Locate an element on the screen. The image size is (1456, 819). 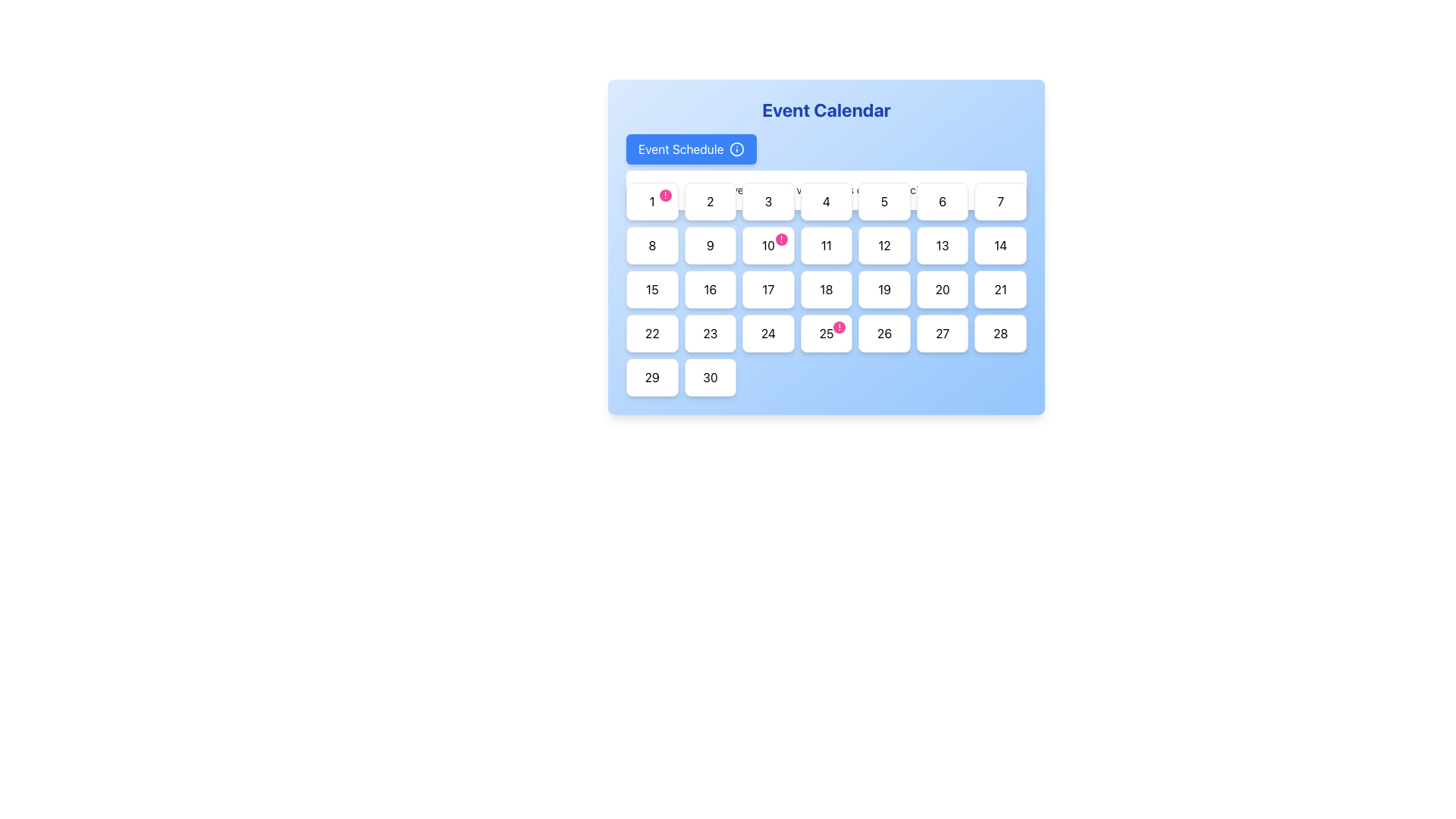
the button displaying the number '2' in a grid-like calendar layout is located at coordinates (709, 201).